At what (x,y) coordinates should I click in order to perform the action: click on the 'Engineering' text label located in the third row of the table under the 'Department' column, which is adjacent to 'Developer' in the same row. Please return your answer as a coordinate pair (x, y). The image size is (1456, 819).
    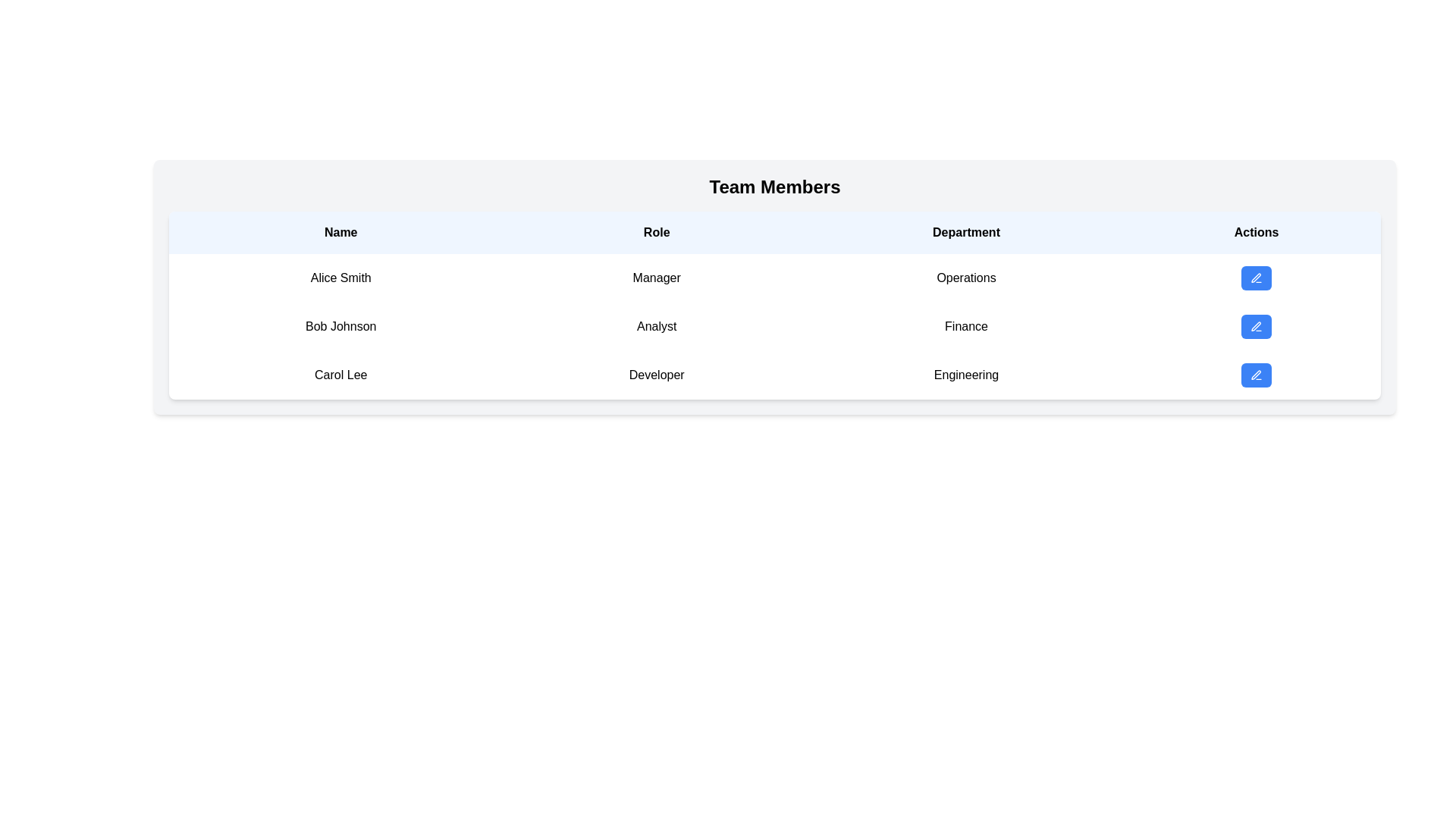
    Looking at the image, I should click on (965, 375).